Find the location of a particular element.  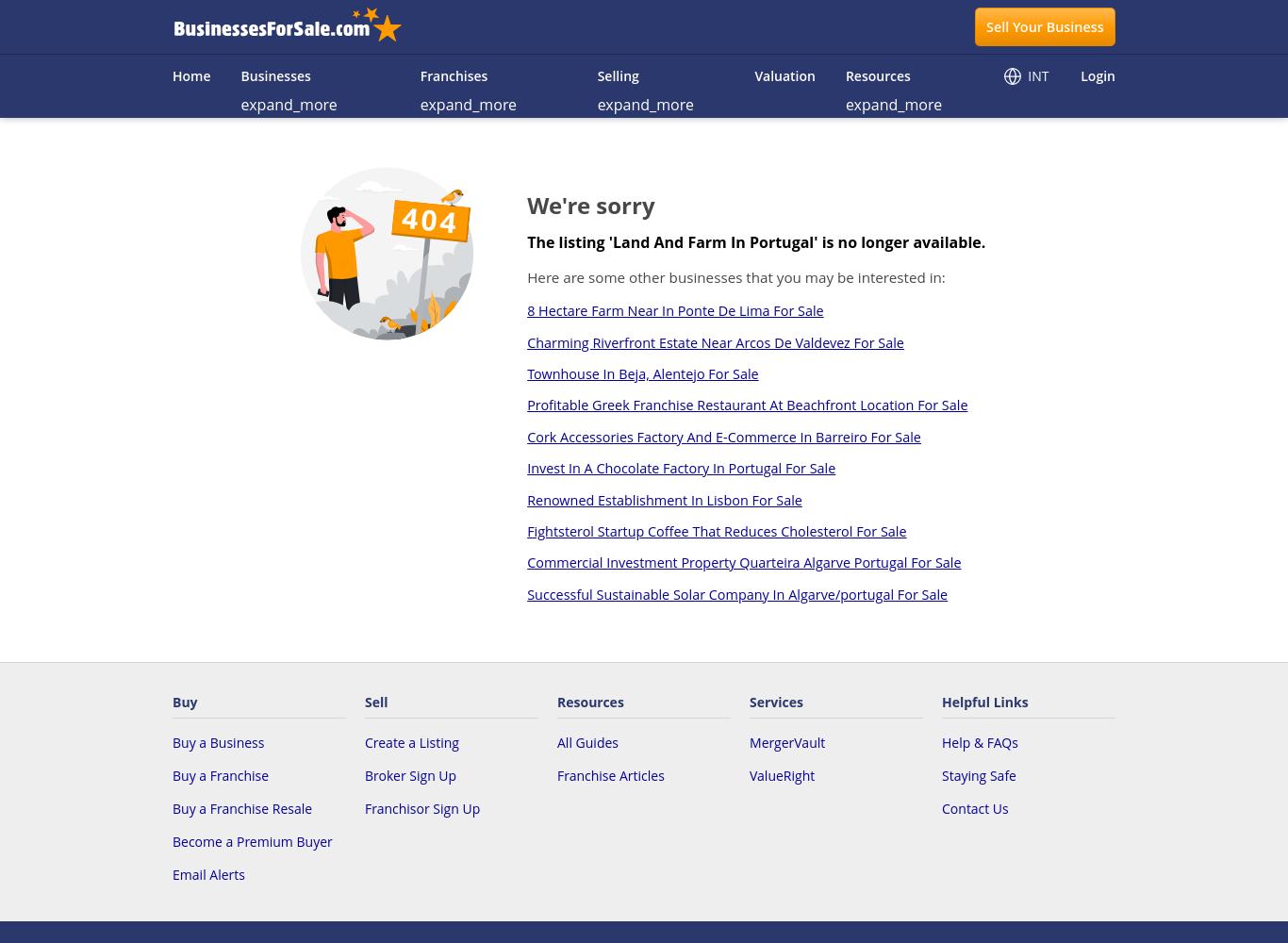

'Services' is located at coordinates (775, 701).